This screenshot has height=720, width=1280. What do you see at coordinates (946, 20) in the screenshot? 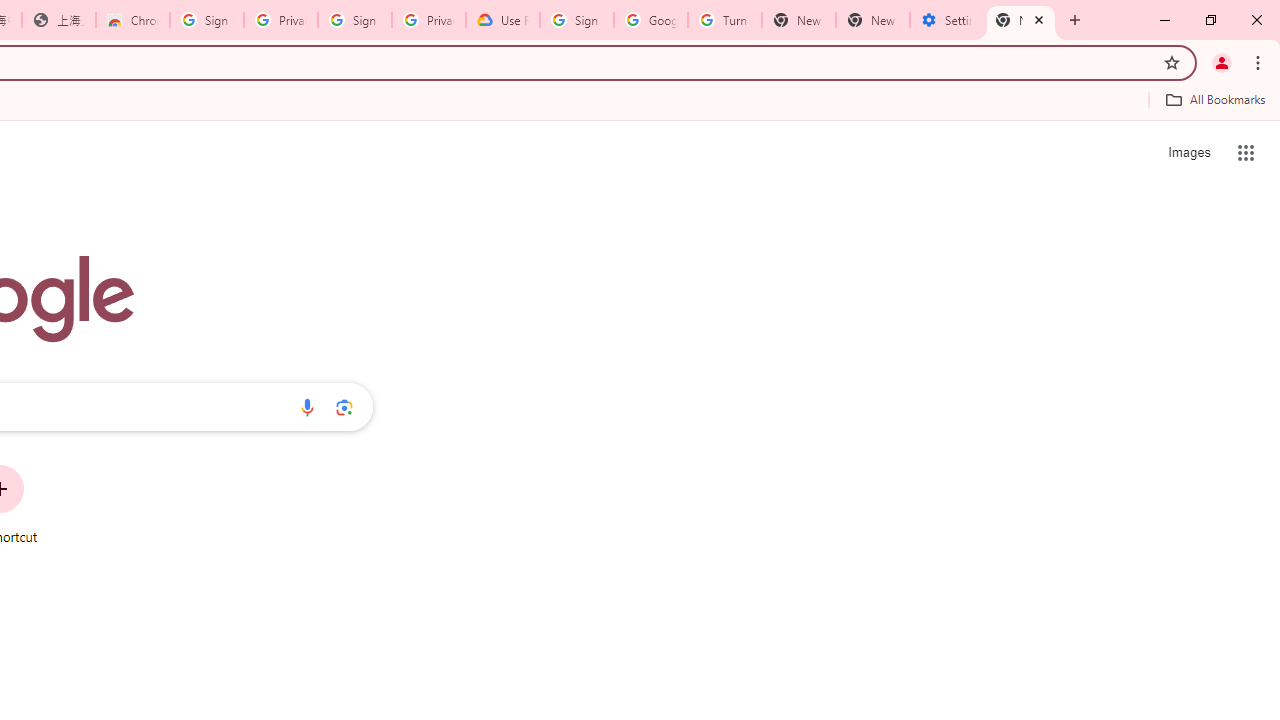
I see `'Settings - System'` at bounding box center [946, 20].